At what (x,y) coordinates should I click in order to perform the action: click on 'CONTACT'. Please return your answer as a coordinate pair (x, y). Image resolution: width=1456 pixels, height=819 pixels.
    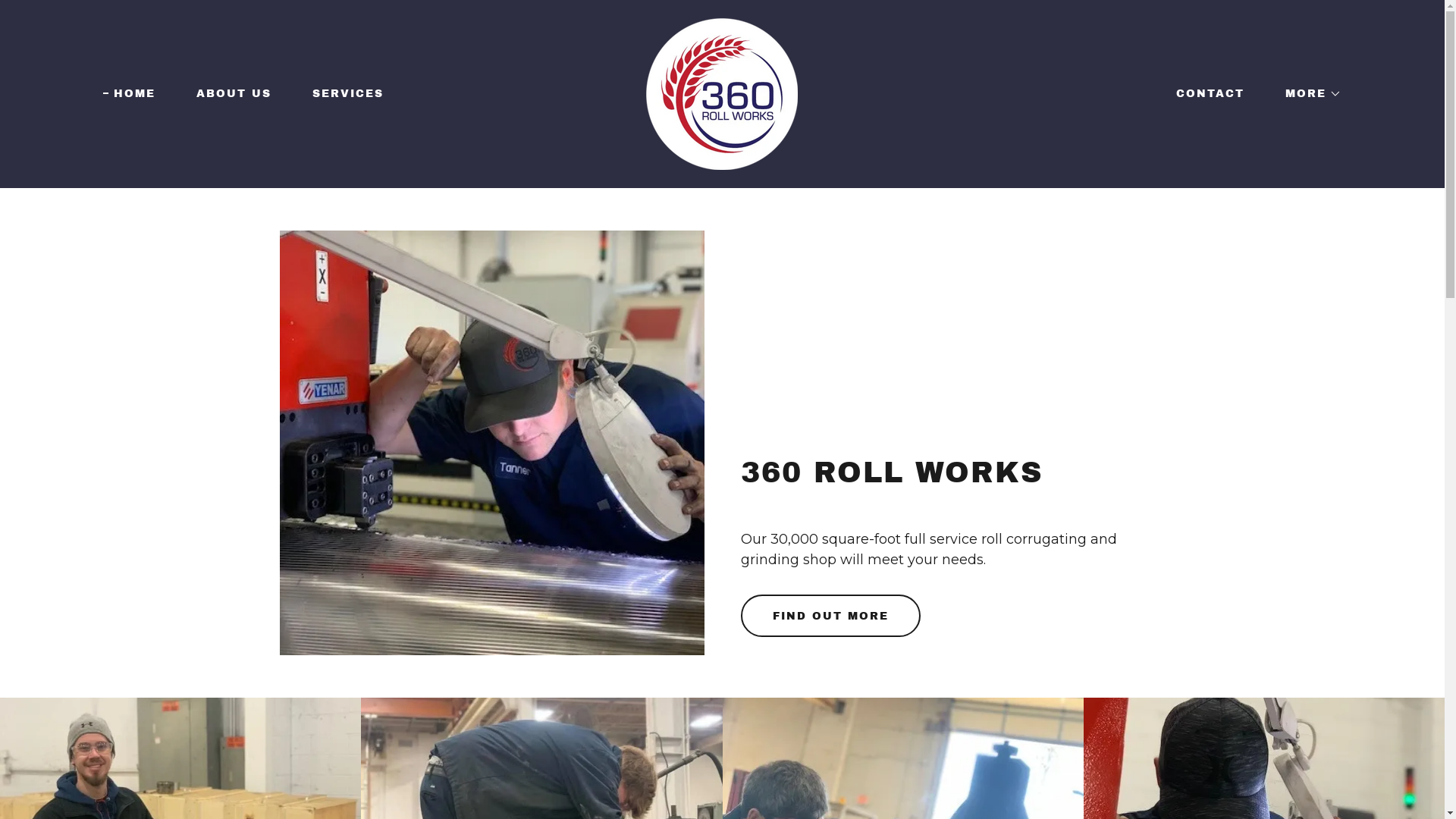
    Looking at the image, I should click on (1203, 93).